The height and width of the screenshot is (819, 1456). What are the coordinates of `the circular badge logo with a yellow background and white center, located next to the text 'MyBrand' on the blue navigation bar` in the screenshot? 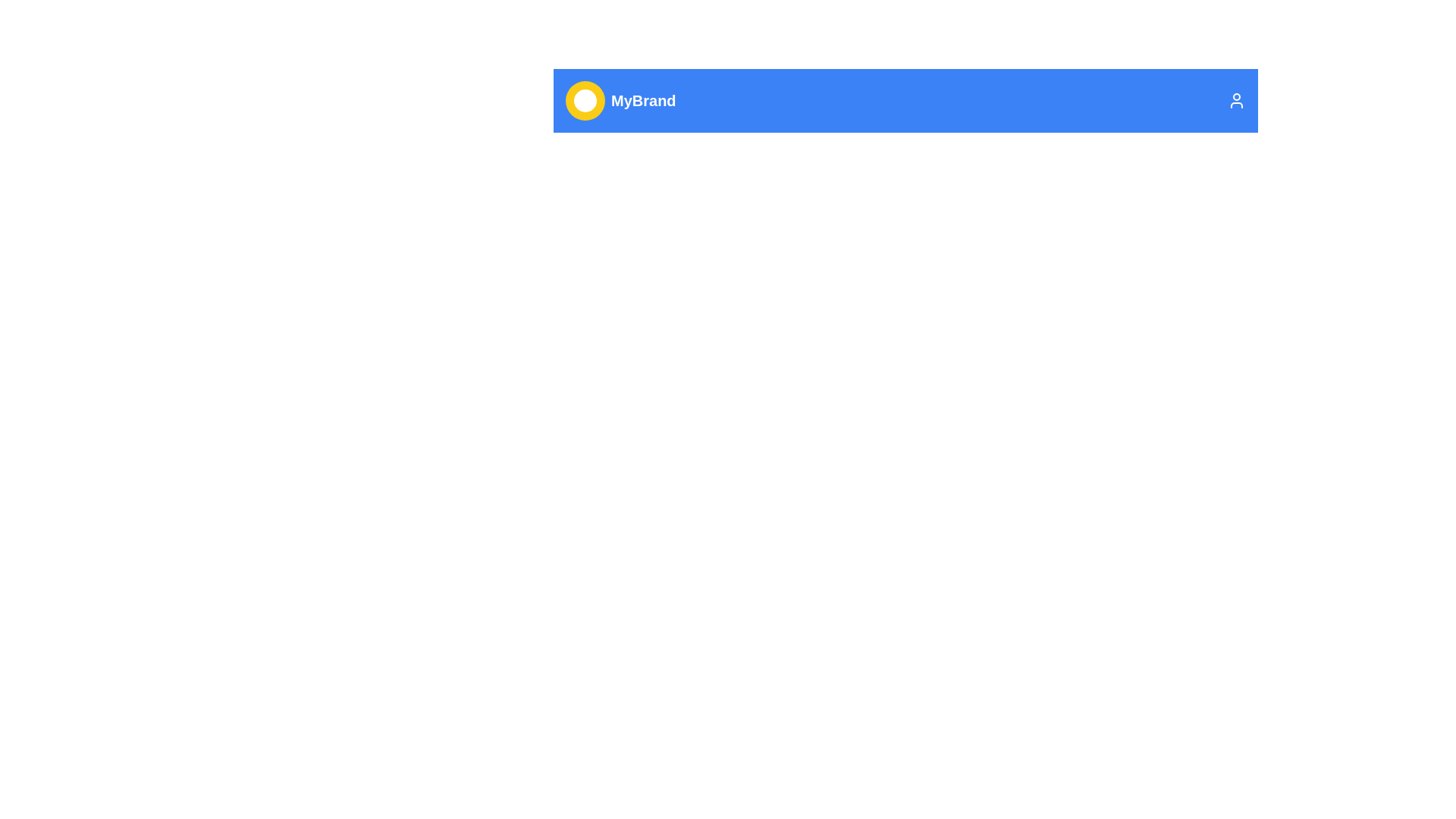 It's located at (585, 100).